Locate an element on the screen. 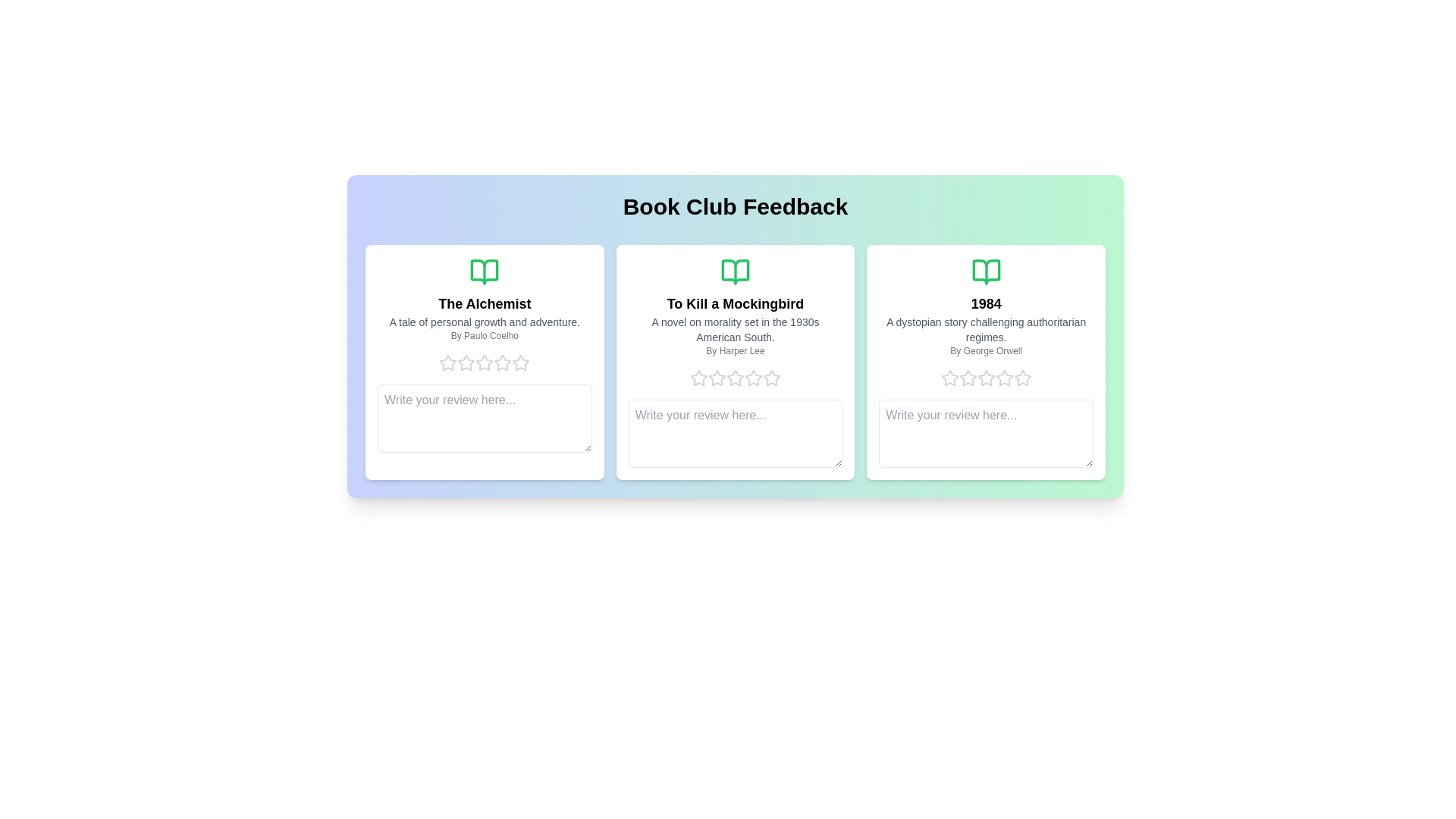 Image resolution: width=1456 pixels, height=819 pixels. the third star icon is located at coordinates (771, 377).